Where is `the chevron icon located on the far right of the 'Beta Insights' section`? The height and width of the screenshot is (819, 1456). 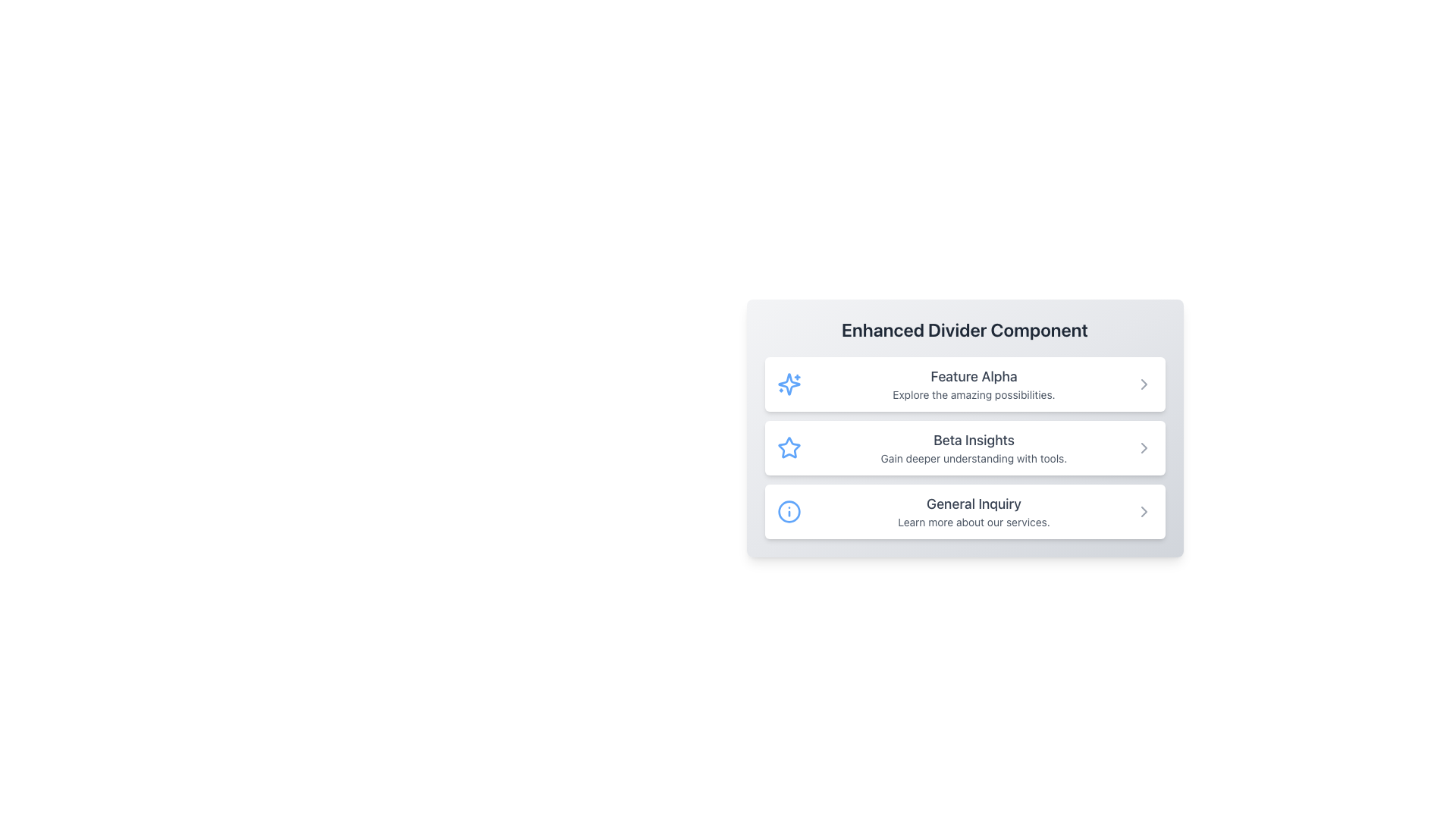 the chevron icon located on the far right of the 'Beta Insights' section is located at coordinates (1144, 447).